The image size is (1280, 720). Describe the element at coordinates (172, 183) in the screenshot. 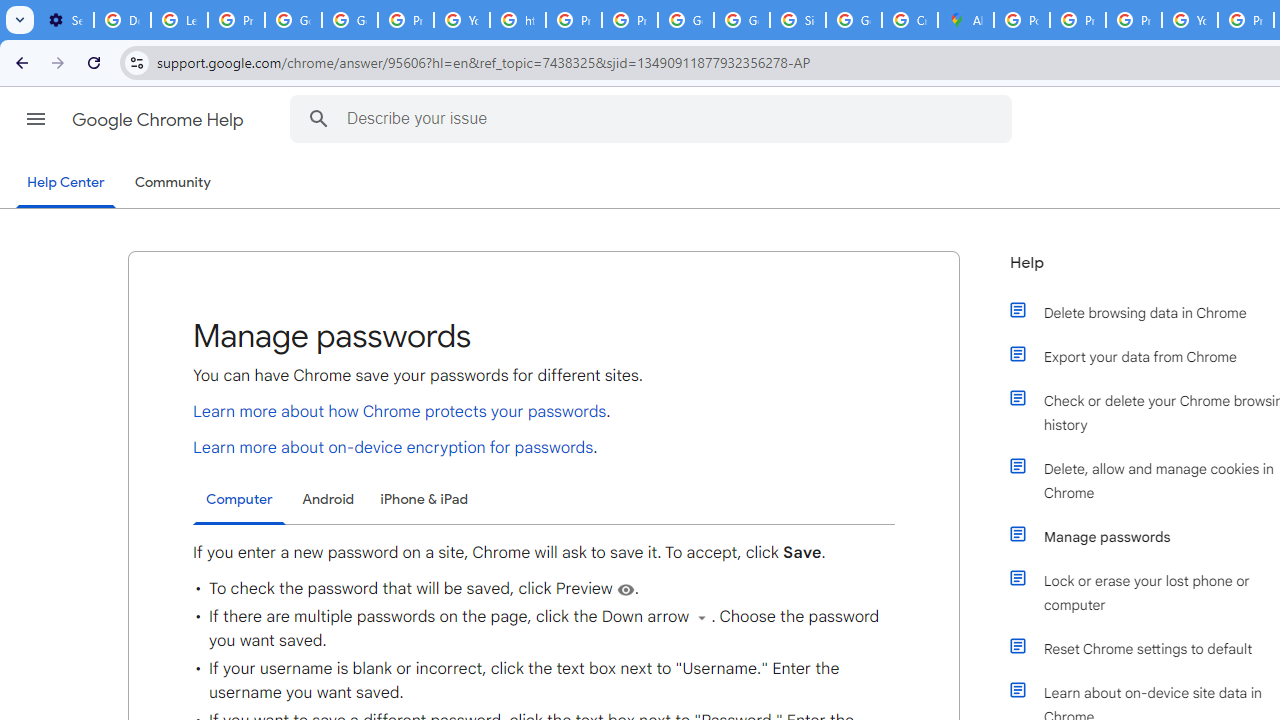

I see `'Community'` at that location.